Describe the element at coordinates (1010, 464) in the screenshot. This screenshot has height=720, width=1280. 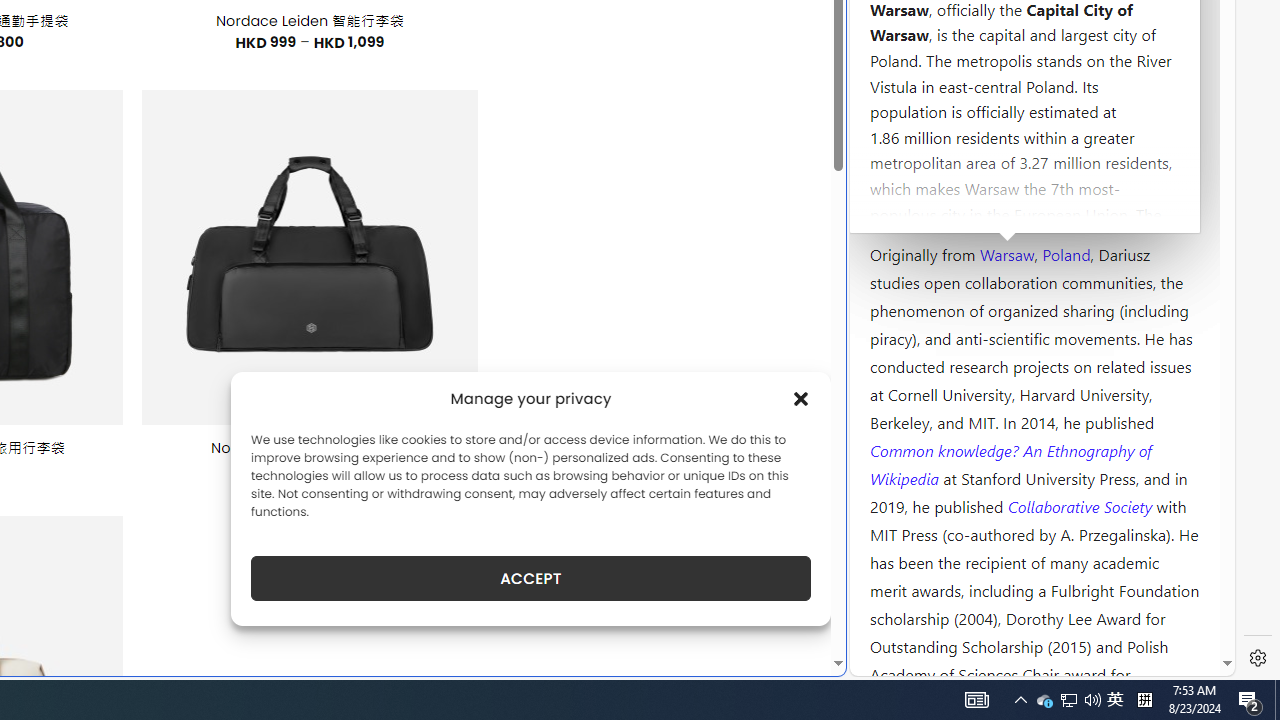
I see `'Common knowledge? An Ethnography of Wikipedia'` at that location.